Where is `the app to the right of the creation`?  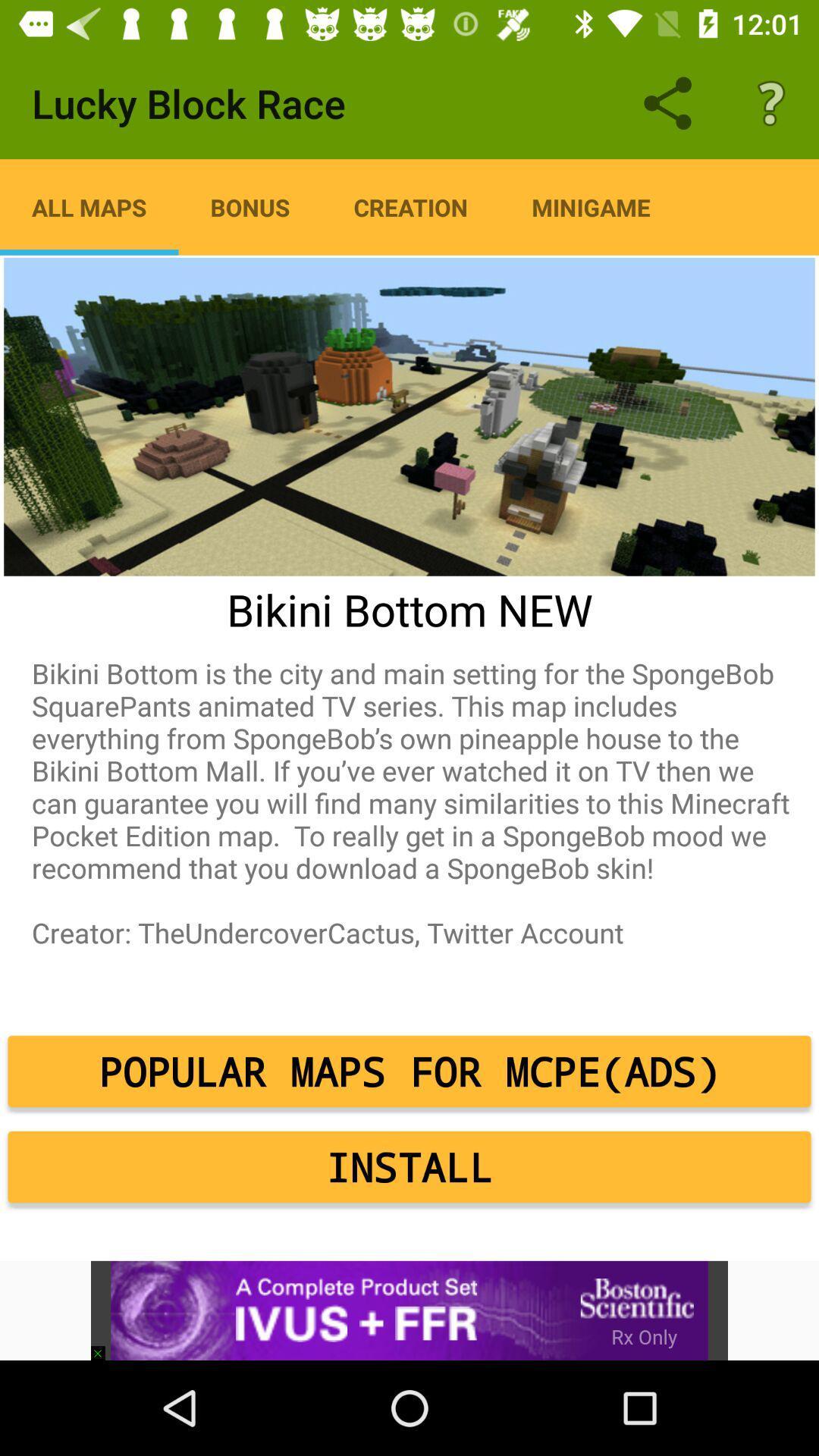
the app to the right of the creation is located at coordinates (590, 206).